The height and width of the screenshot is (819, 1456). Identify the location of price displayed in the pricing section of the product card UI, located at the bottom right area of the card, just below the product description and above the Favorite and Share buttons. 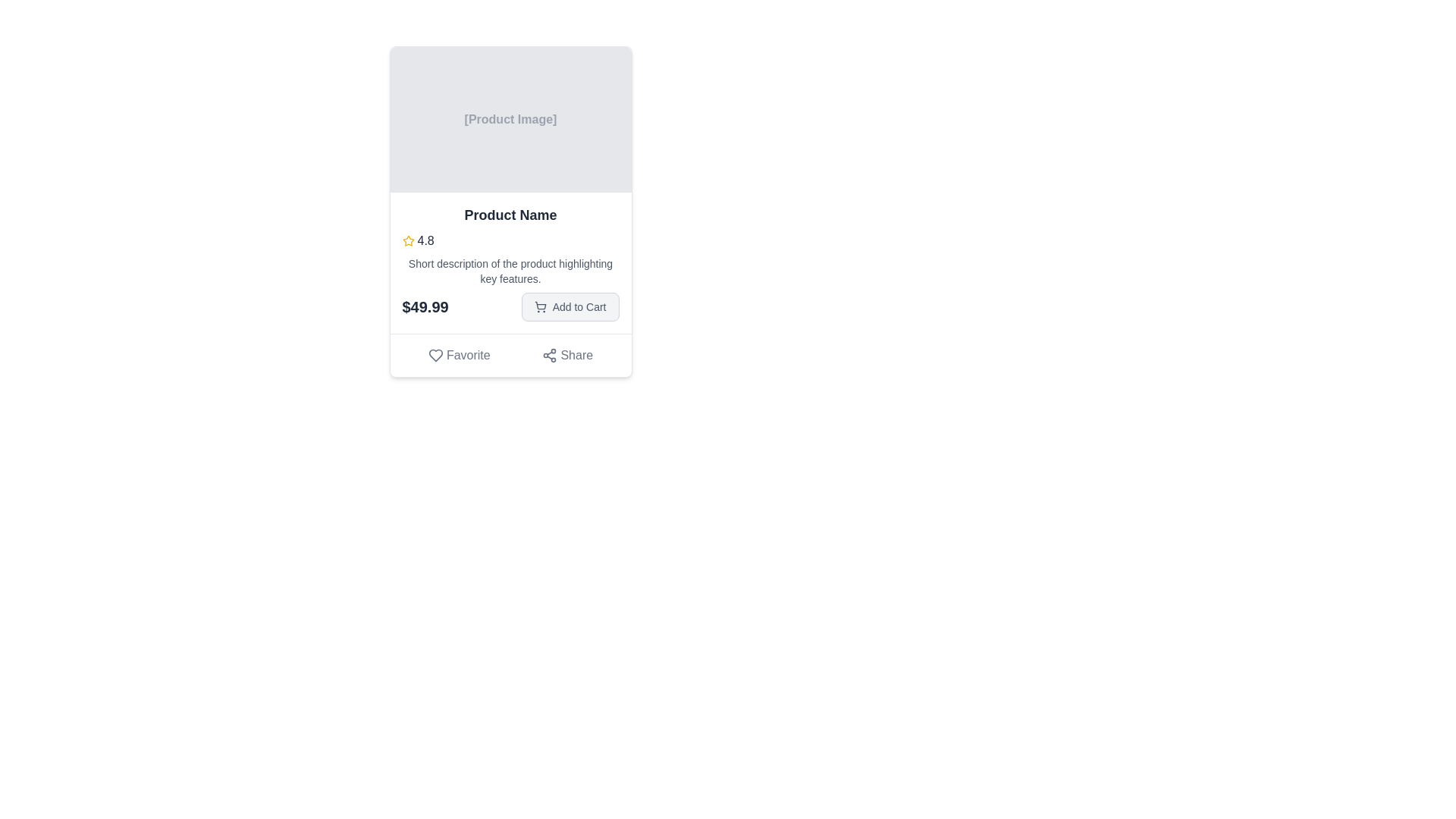
(510, 307).